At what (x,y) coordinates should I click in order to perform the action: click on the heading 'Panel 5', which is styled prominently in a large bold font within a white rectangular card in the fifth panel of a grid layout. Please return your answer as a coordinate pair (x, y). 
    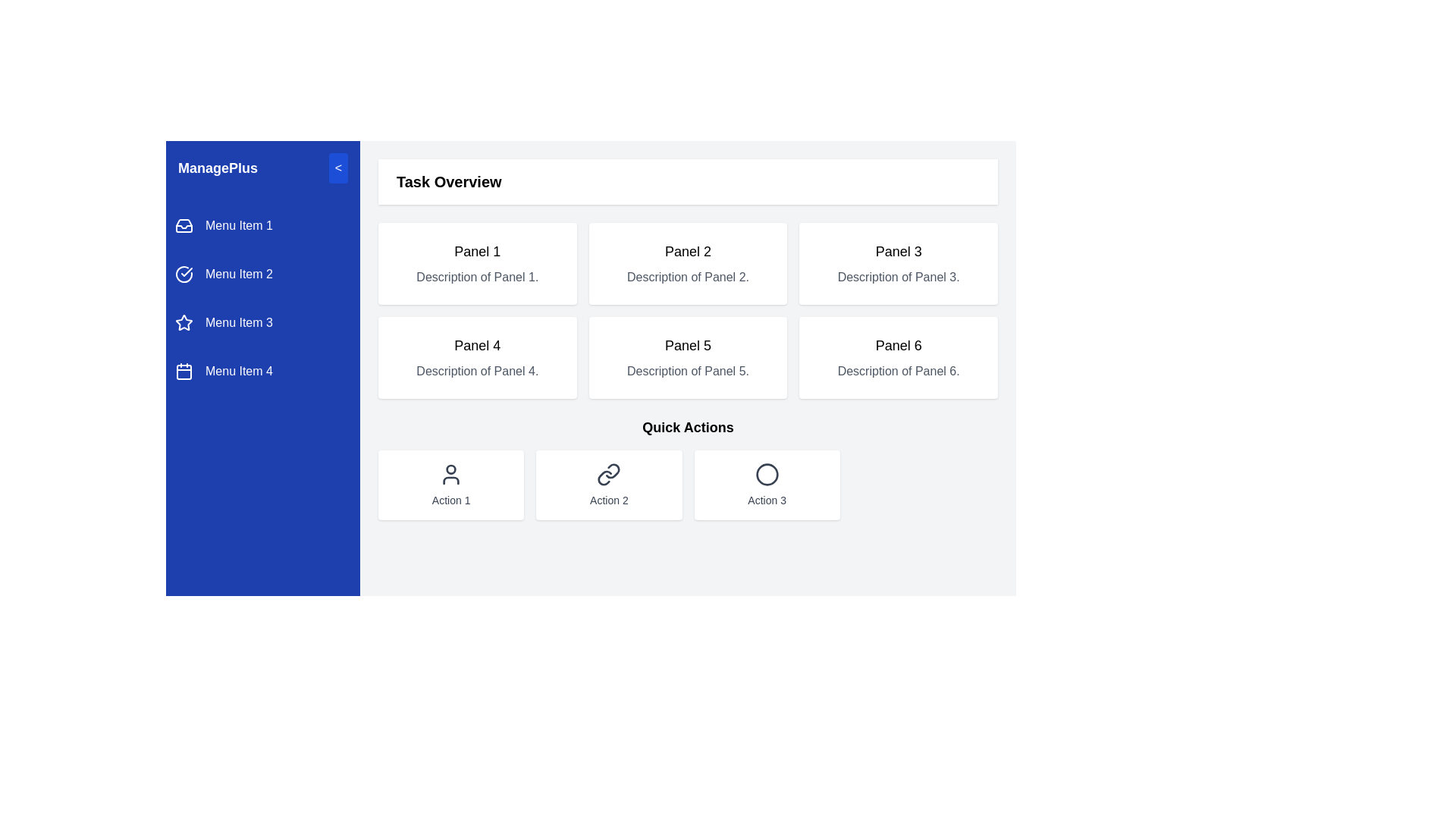
    Looking at the image, I should click on (687, 345).